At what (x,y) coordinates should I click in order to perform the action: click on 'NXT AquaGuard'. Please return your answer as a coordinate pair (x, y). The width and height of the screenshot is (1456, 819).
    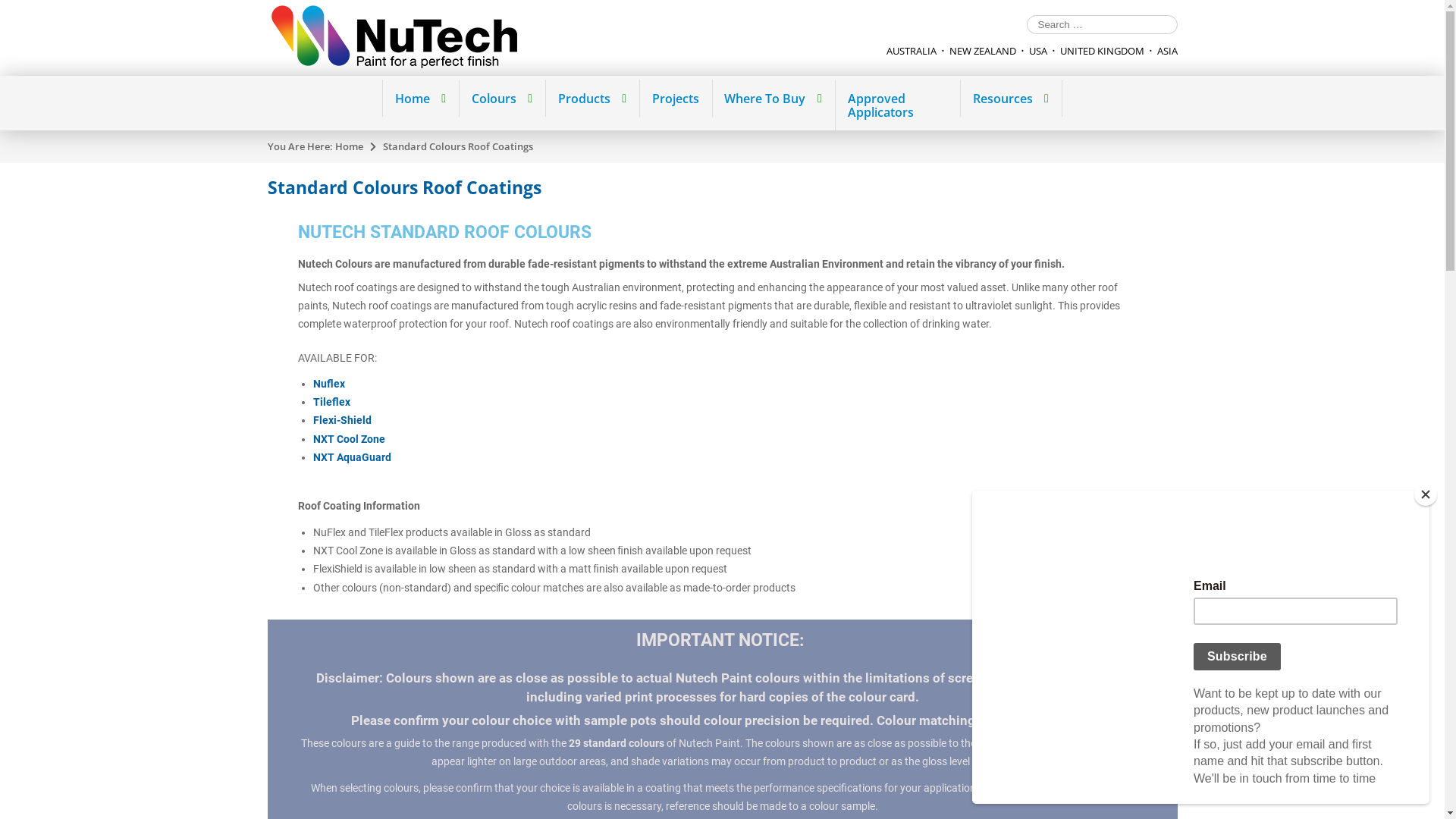
    Looking at the image, I should click on (350, 456).